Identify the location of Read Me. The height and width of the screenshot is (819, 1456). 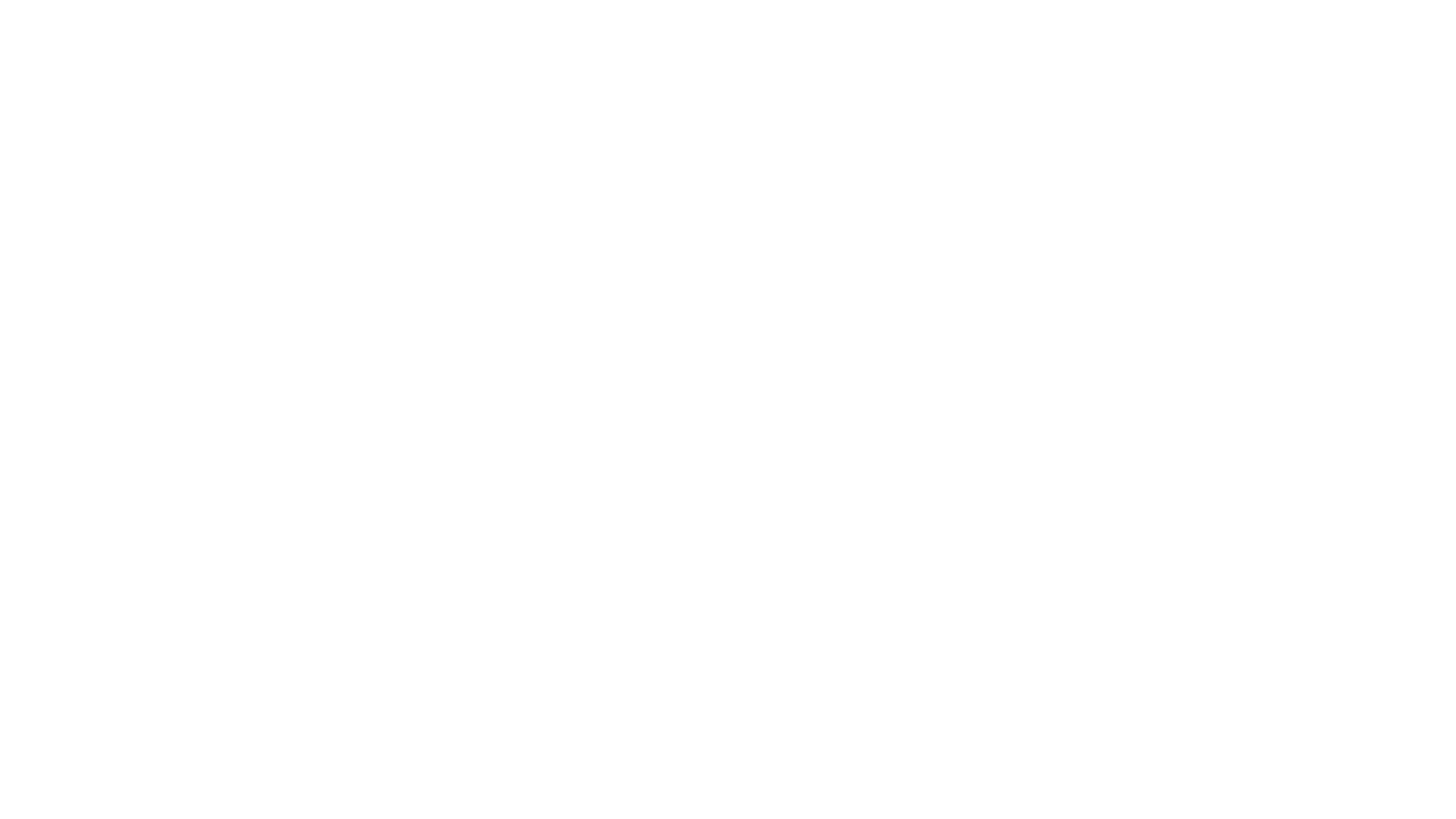
(728, 335).